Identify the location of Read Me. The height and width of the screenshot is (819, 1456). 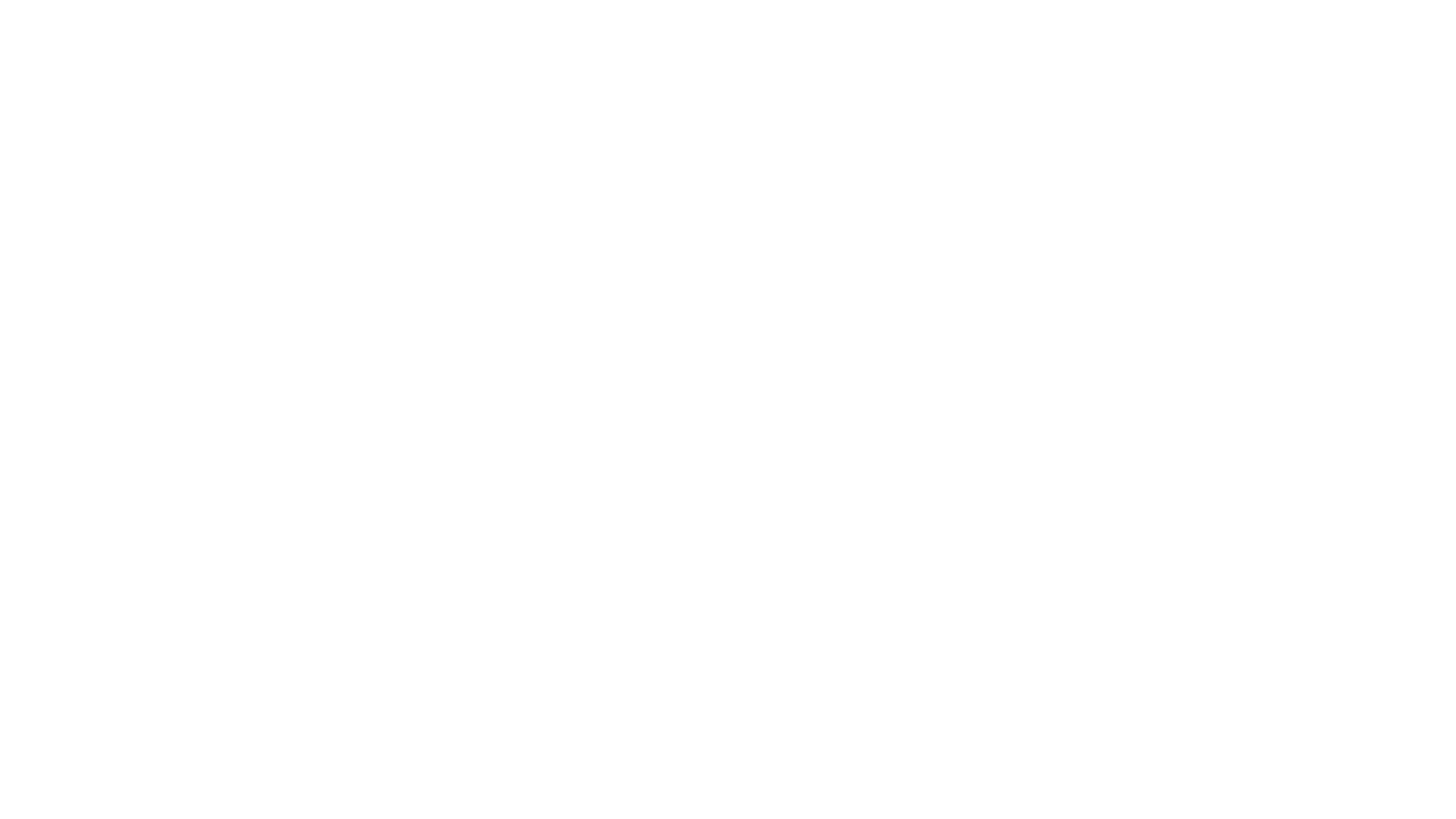
(728, 335).